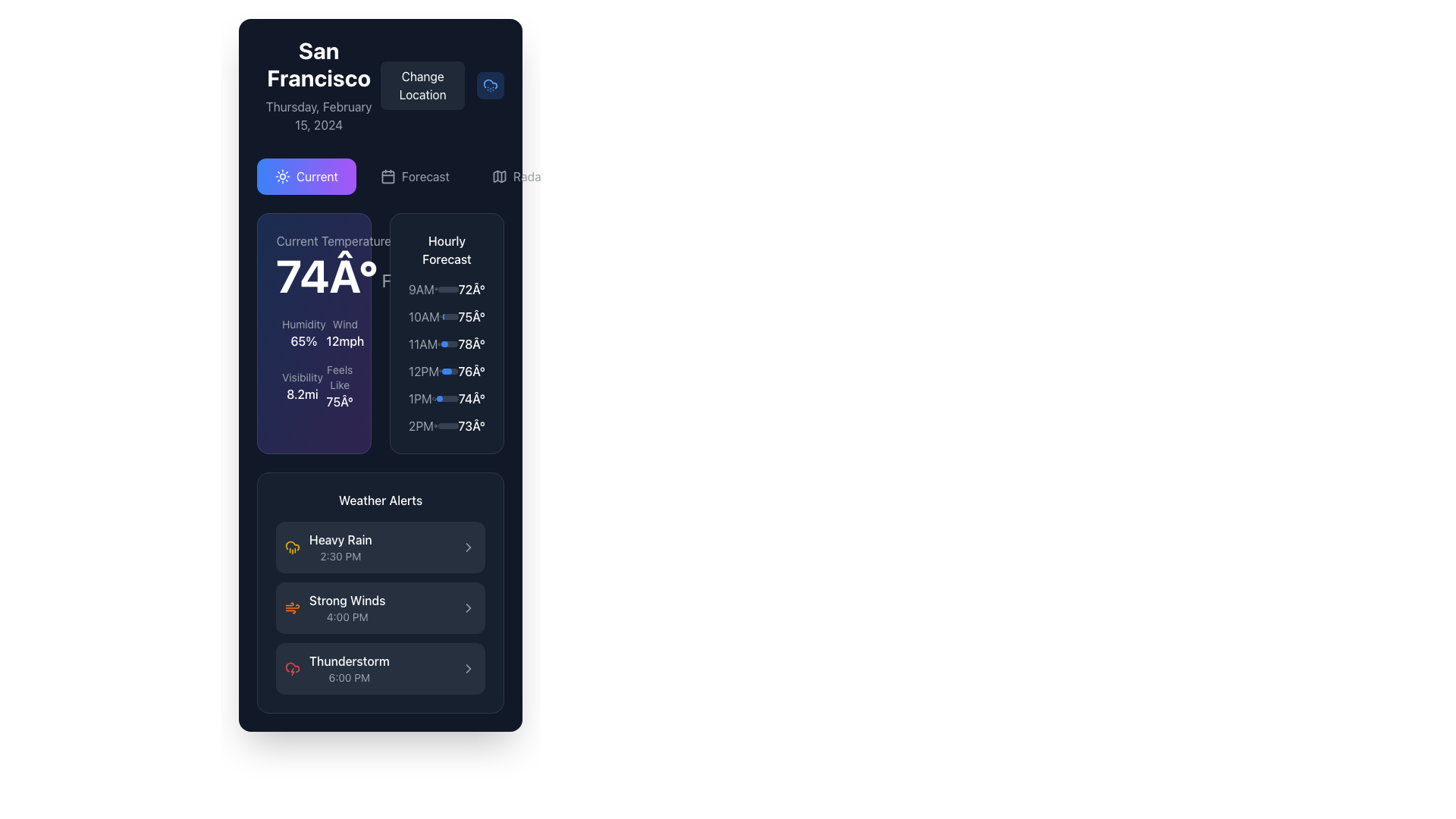 This screenshot has width=1456, height=819. Describe the element at coordinates (420, 397) in the screenshot. I see `the '1PM' label displayed in light gray font within the 'Hourly Forecast' section, positioned between '12PM' and '2PM'` at that location.